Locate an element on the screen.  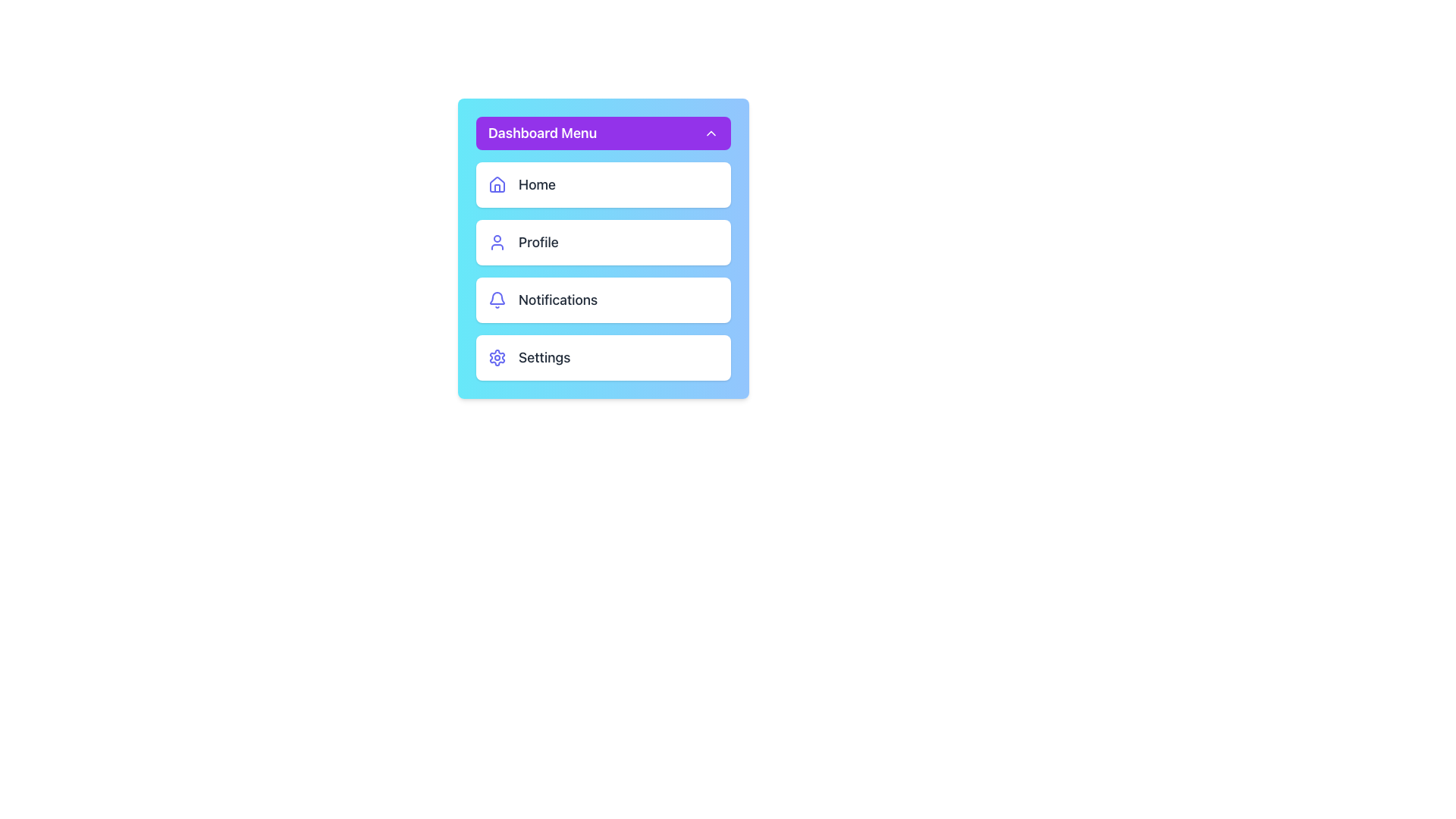
the 'Home' menu item, which is the first item in the Dashboard Menu is located at coordinates (603, 184).